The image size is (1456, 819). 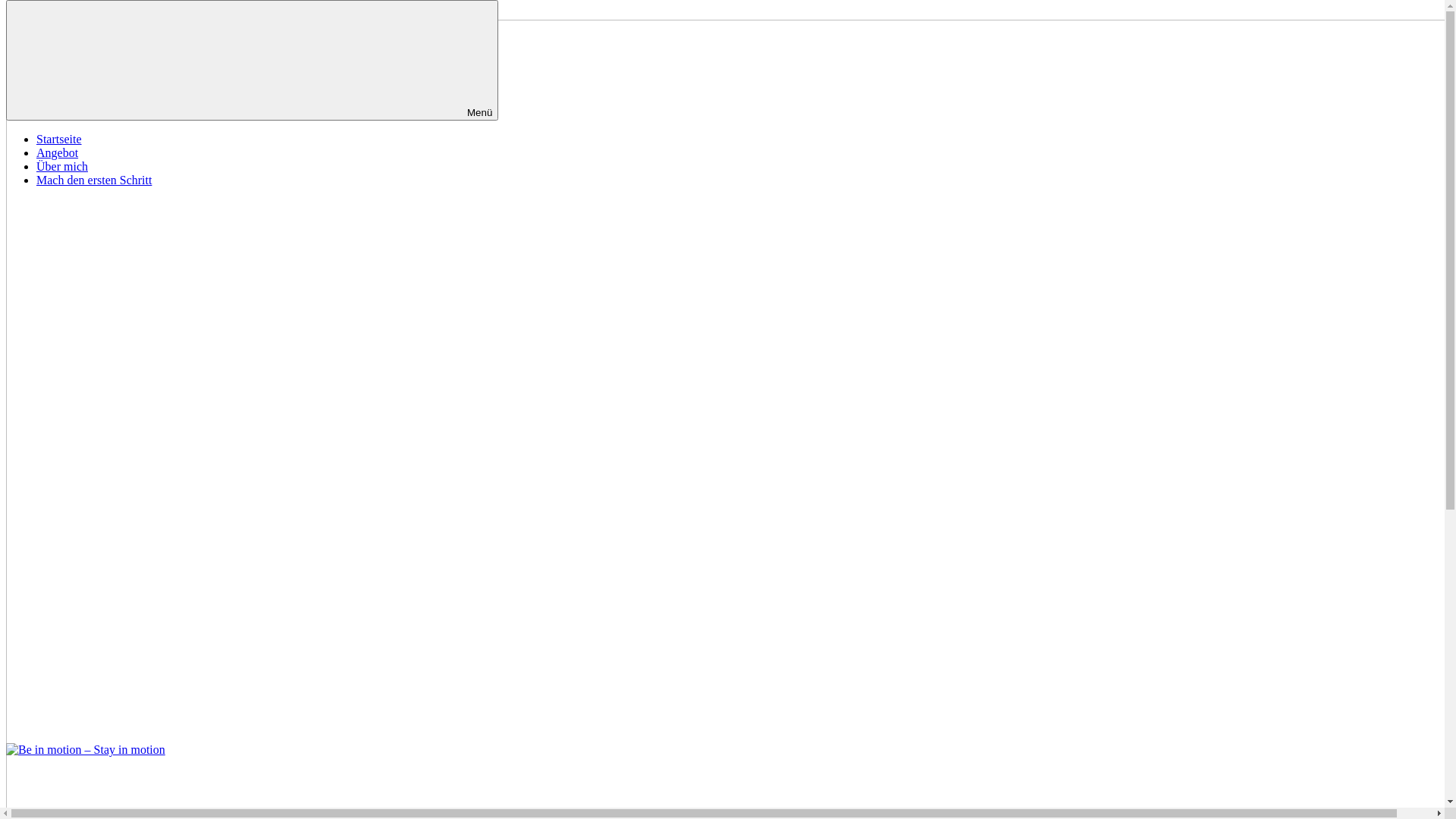 I want to click on 'Mach den ersten Schritt', so click(x=93, y=179).